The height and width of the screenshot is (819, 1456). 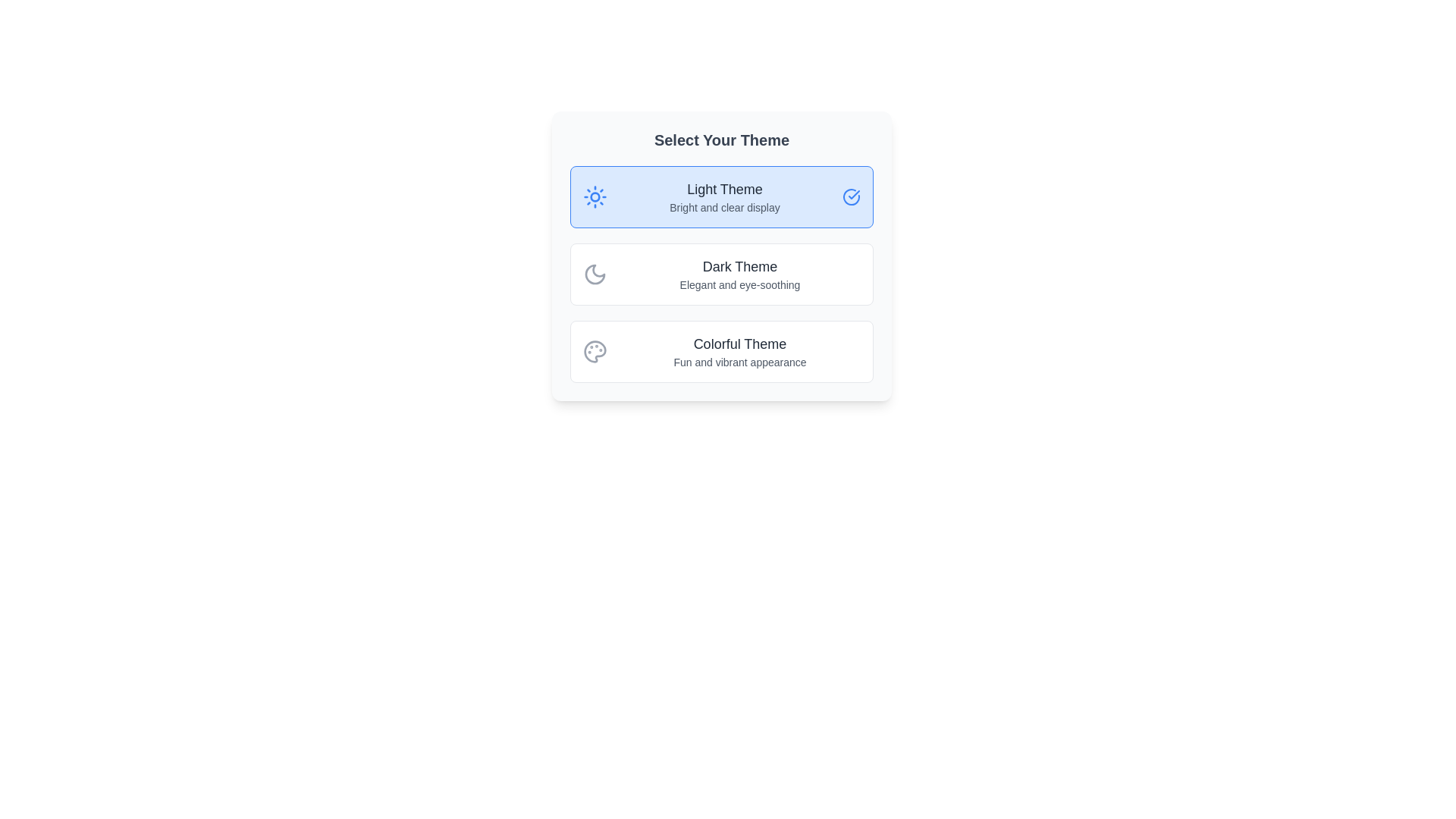 I want to click on the 'Colorful Theme' icon located to the left of the text label in the 'Select Your Theme' section, so click(x=595, y=351).